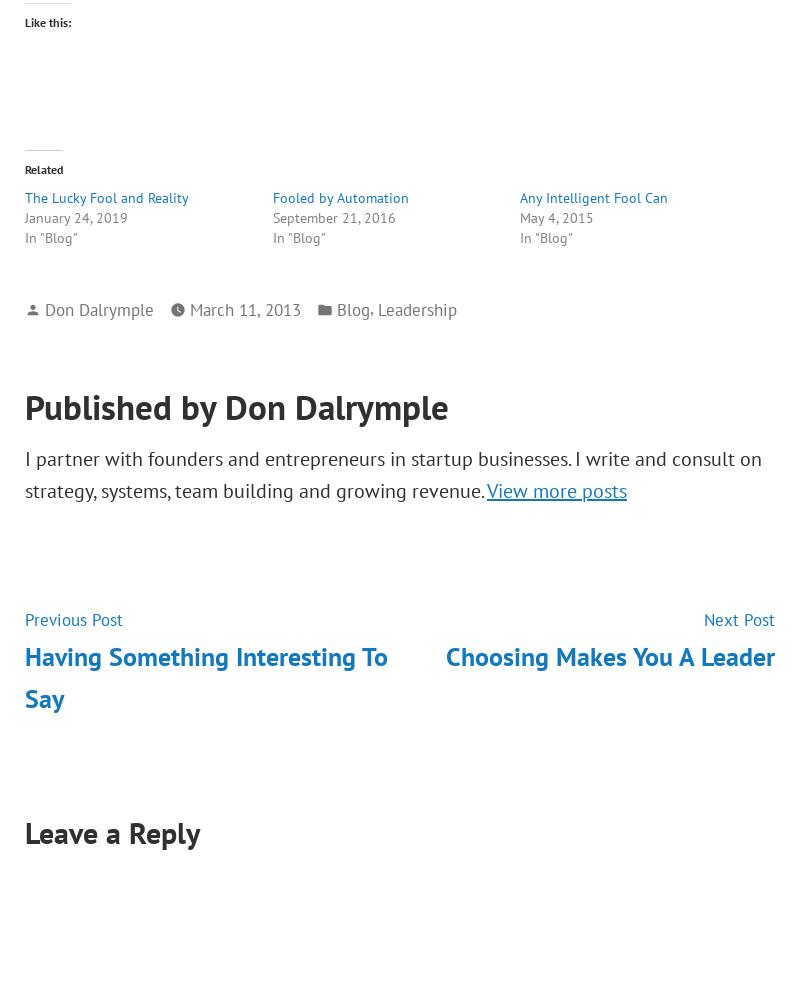  What do you see at coordinates (739, 618) in the screenshot?
I see `'Next Post'` at bounding box center [739, 618].